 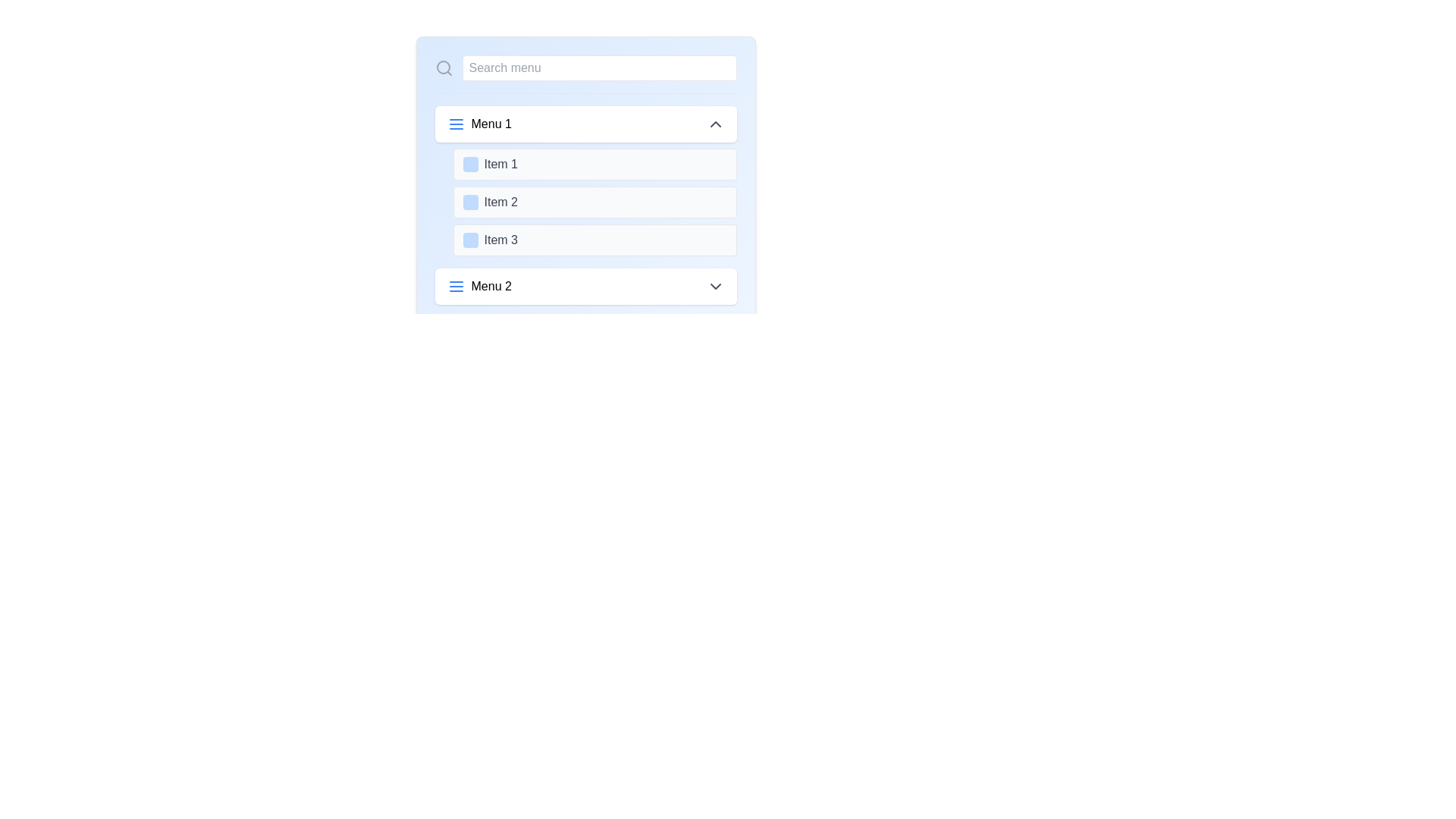 I want to click on the menu icon represented by three horizontally arranged blue lines, located to the left of the label 'Menu 2', to interact with the menu it represents, so click(x=455, y=287).